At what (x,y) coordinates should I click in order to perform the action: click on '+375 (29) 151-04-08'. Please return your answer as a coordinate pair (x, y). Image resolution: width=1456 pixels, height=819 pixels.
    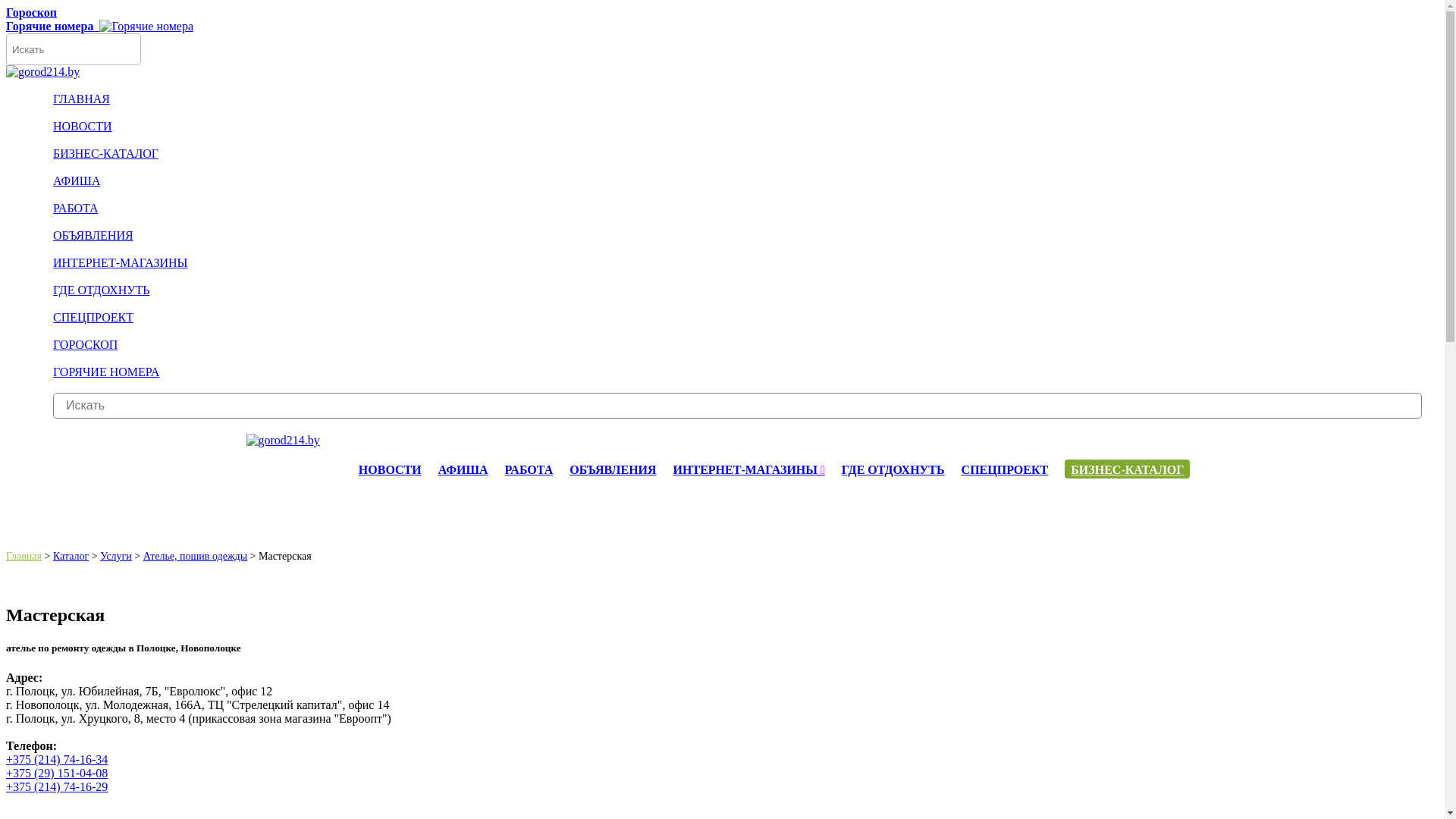
    Looking at the image, I should click on (57, 773).